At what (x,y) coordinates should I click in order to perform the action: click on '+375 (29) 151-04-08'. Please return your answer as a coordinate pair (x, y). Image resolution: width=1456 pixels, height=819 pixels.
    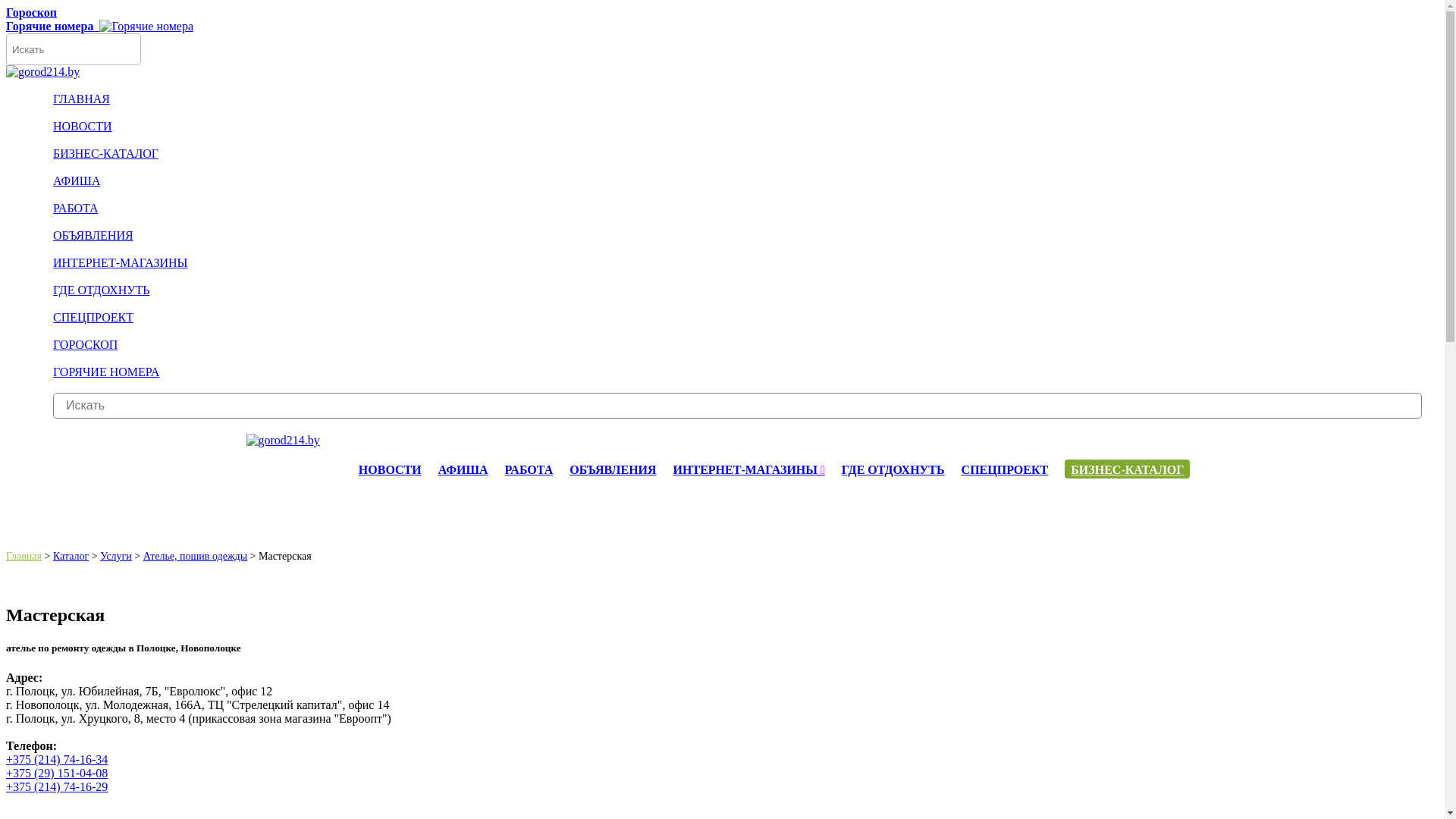
    Looking at the image, I should click on (57, 773).